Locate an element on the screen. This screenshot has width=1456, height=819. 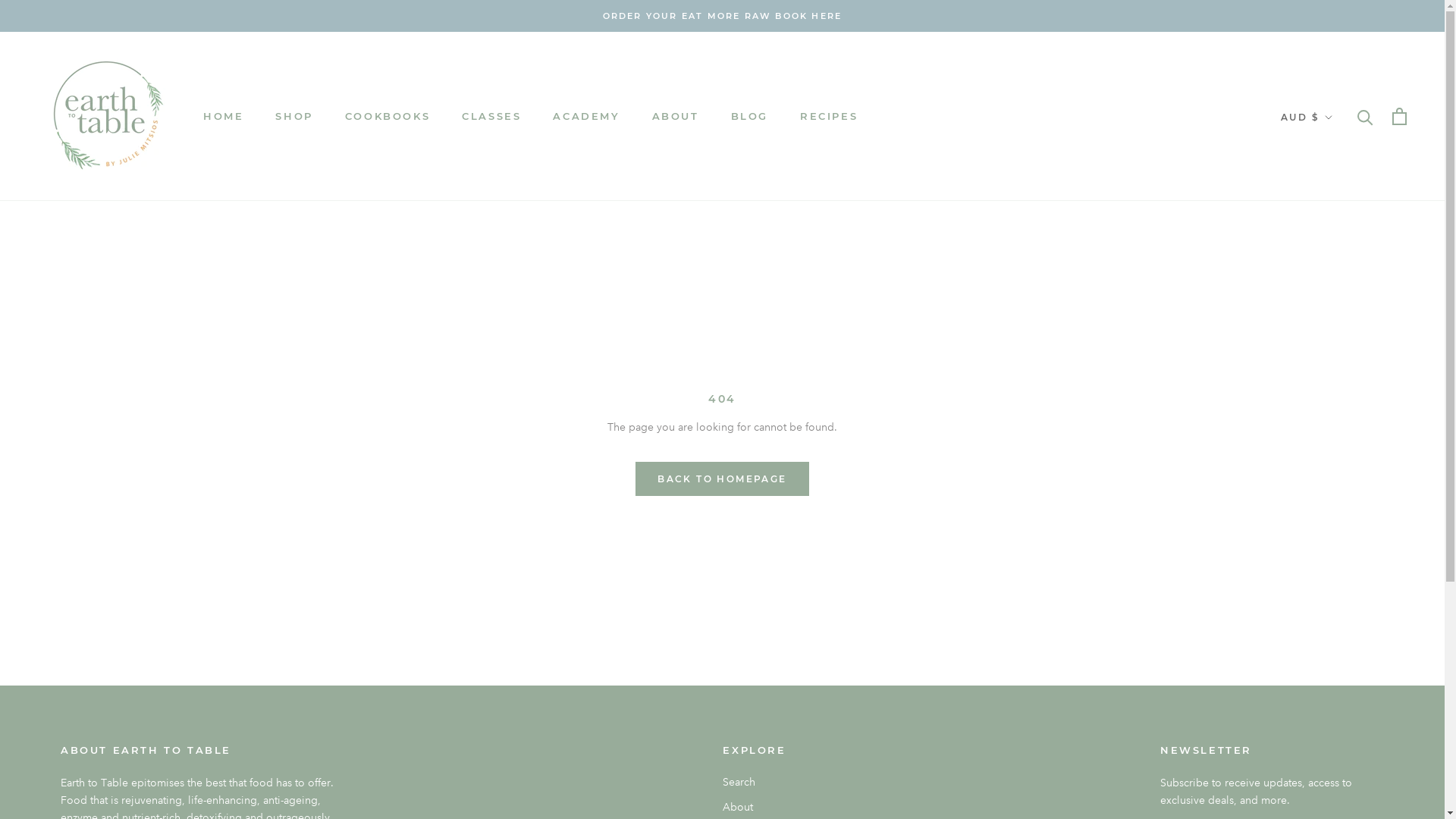
'BLOG is located at coordinates (749, 115).